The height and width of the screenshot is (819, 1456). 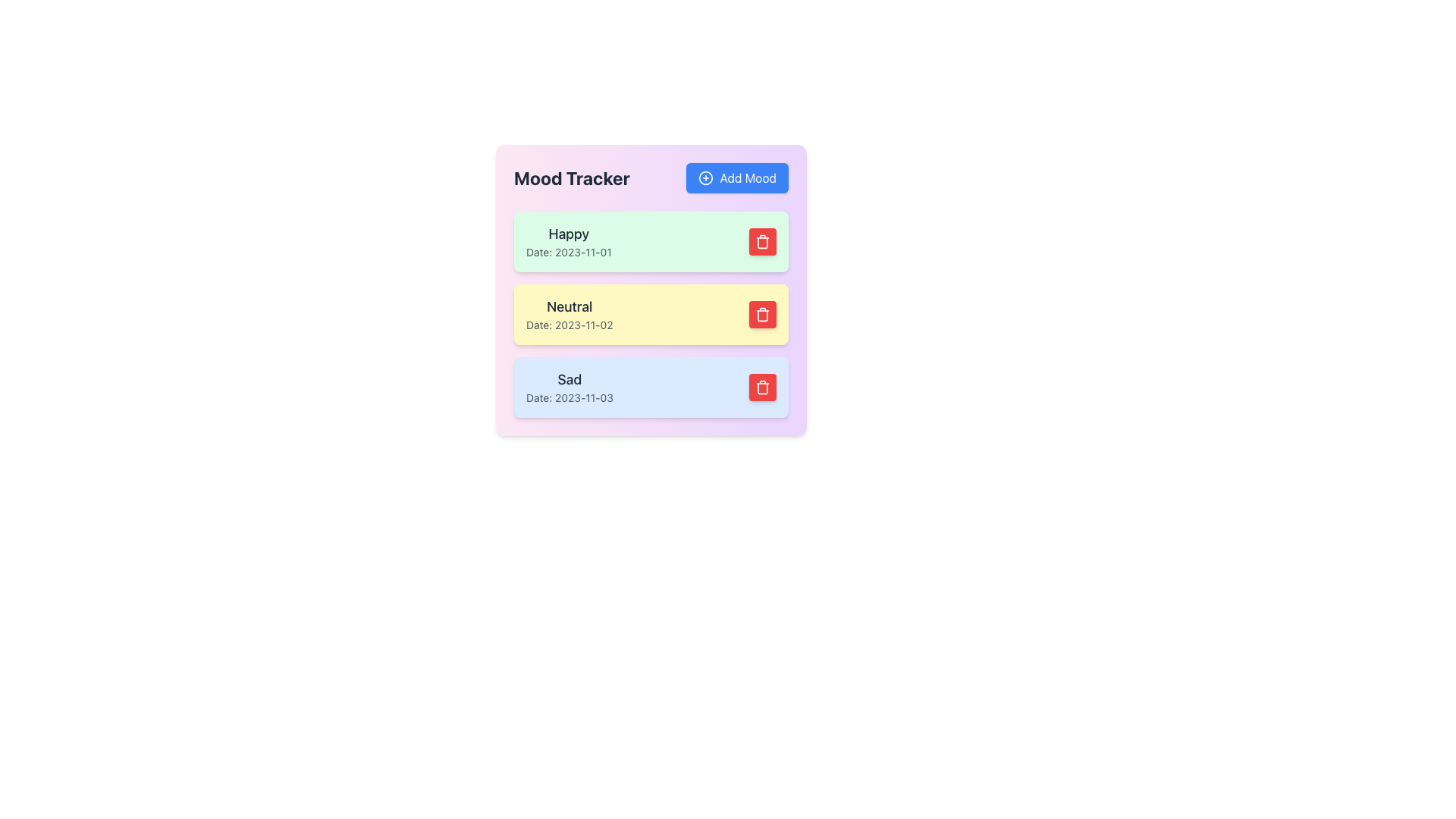 I want to click on the text label displaying the date '2023-11-01', which is located beneath the text 'Happy' in the first entry of the list, so click(x=568, y=251).